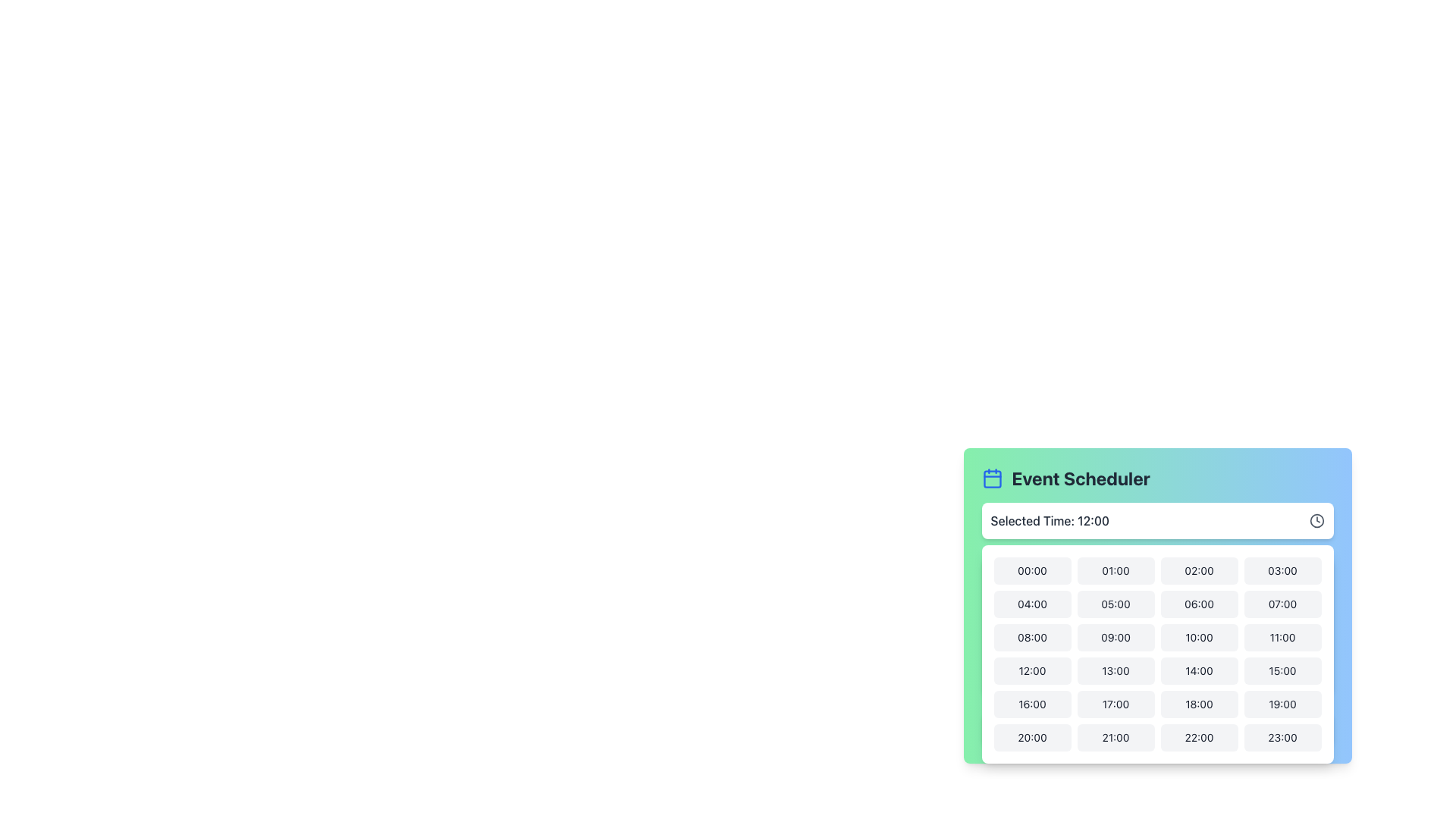  I want to click on the button that allows users, so click(1282, 736).